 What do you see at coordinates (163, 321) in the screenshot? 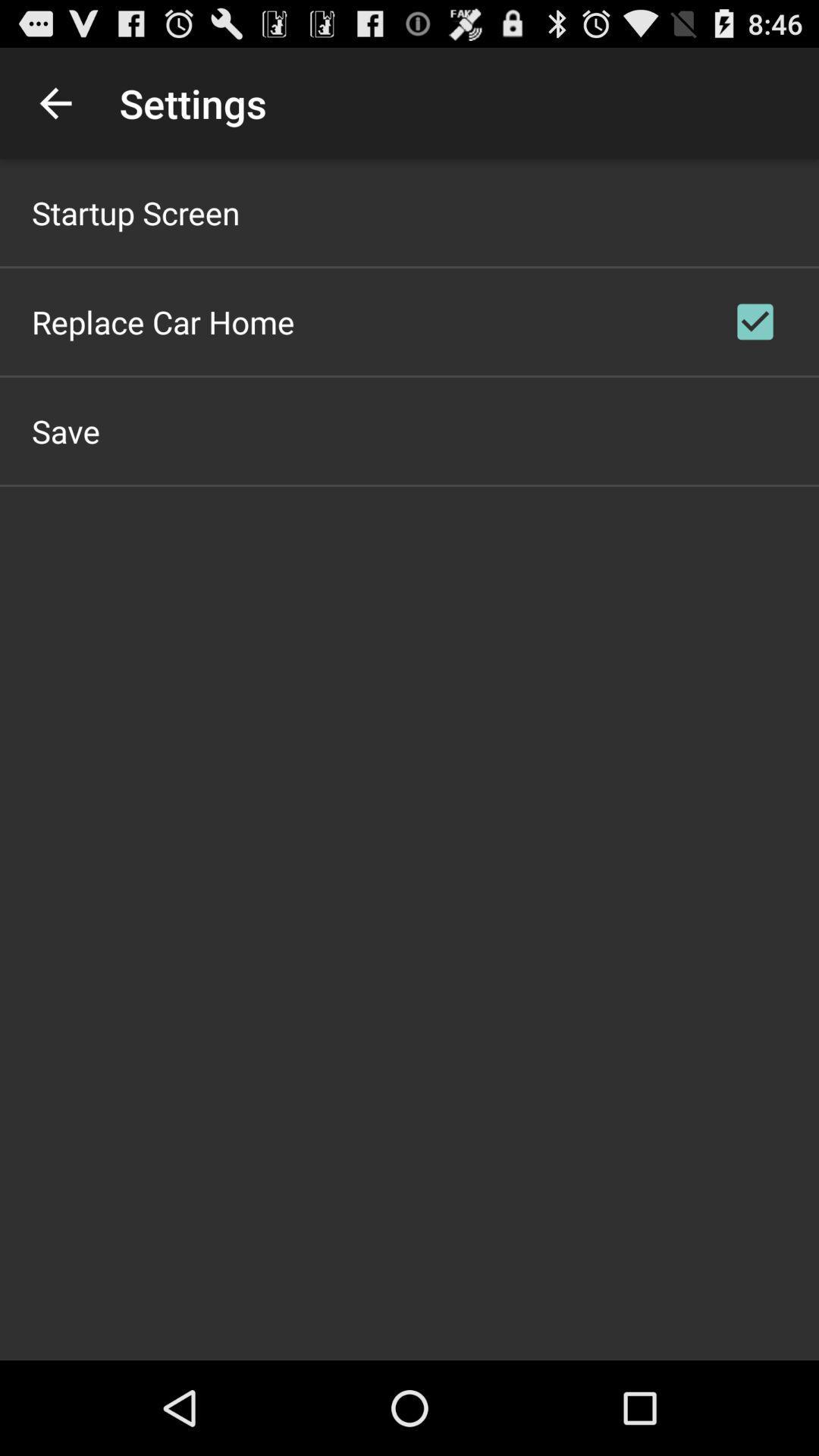
I see `the icon below startup screen app` at bounding box center [163, 321].